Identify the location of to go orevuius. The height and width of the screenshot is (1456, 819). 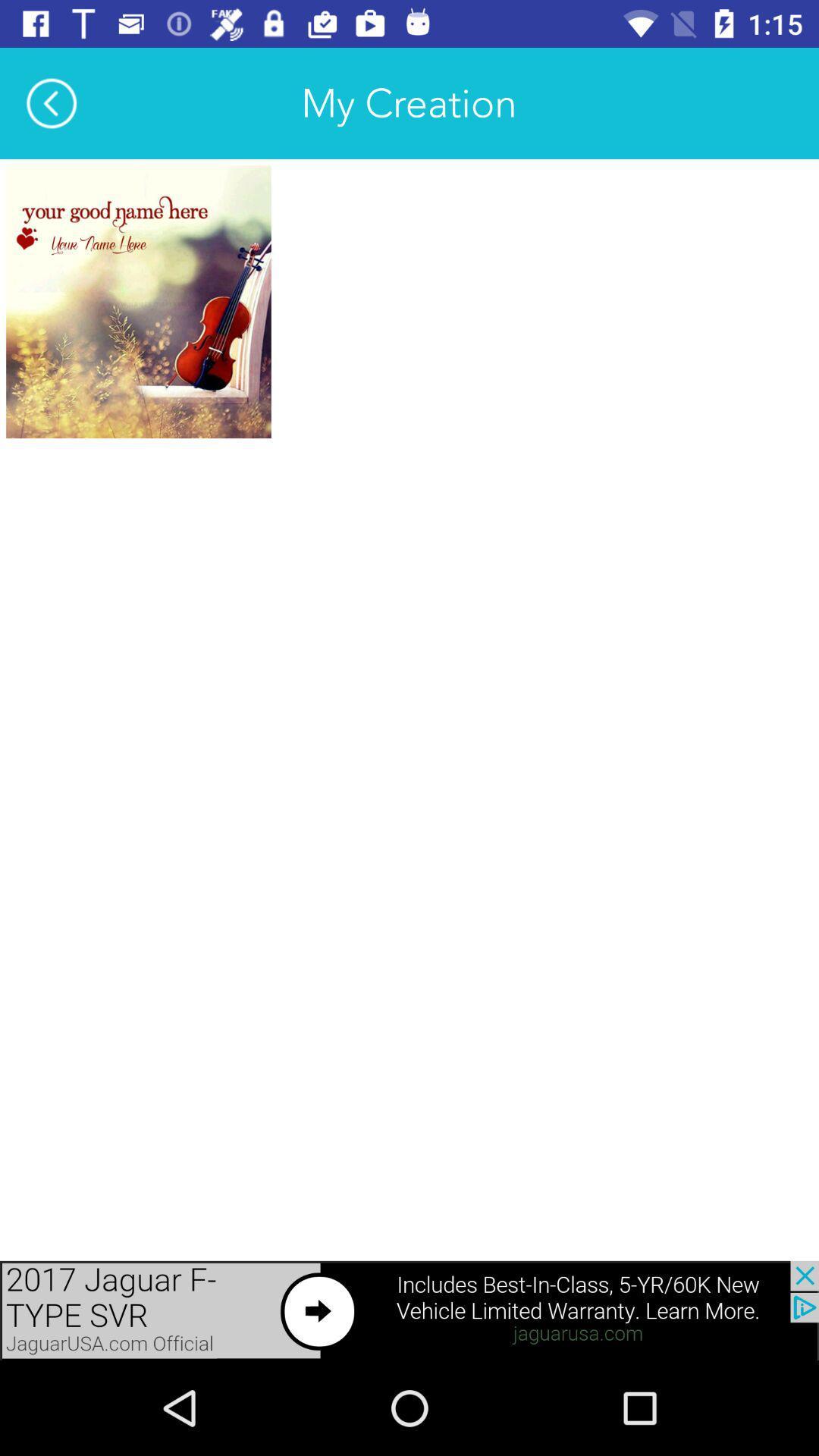
(409, 1310).